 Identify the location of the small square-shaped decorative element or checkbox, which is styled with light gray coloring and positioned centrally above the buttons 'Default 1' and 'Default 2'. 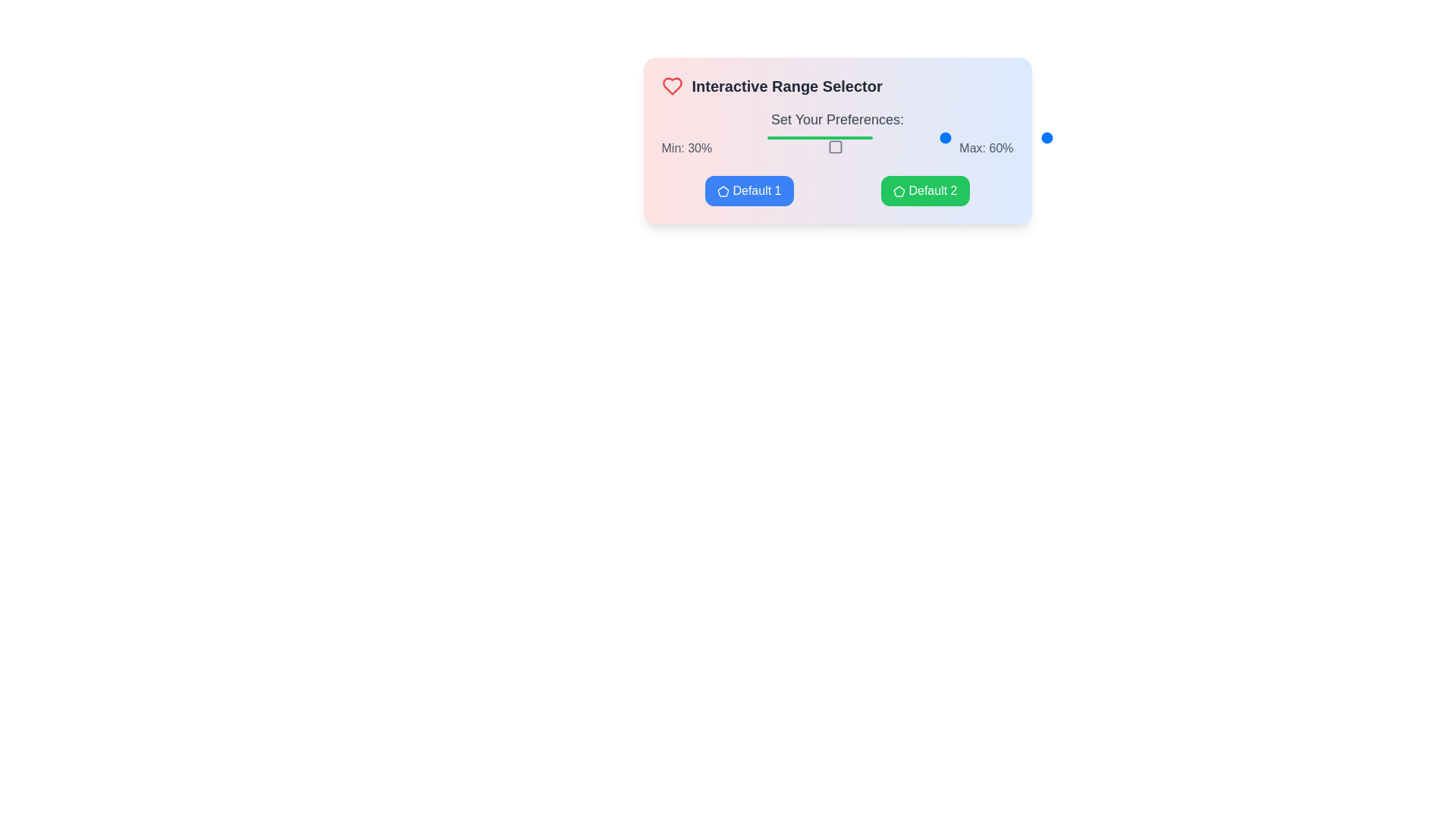
(835, 146).